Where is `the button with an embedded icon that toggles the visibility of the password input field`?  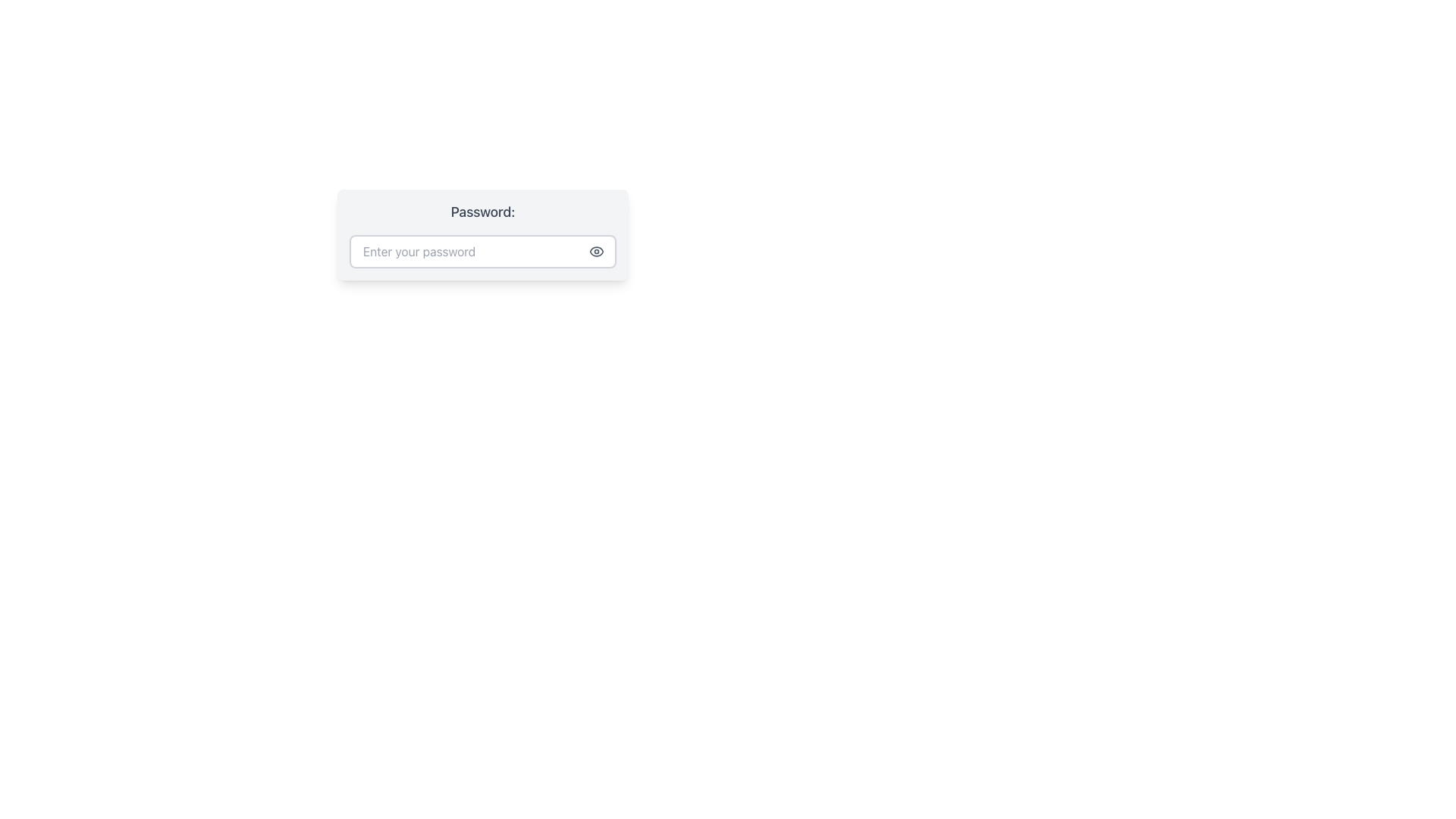 the button with an embedded icon that toggles the visibility of the password input field is located at coordinates (596, 250).